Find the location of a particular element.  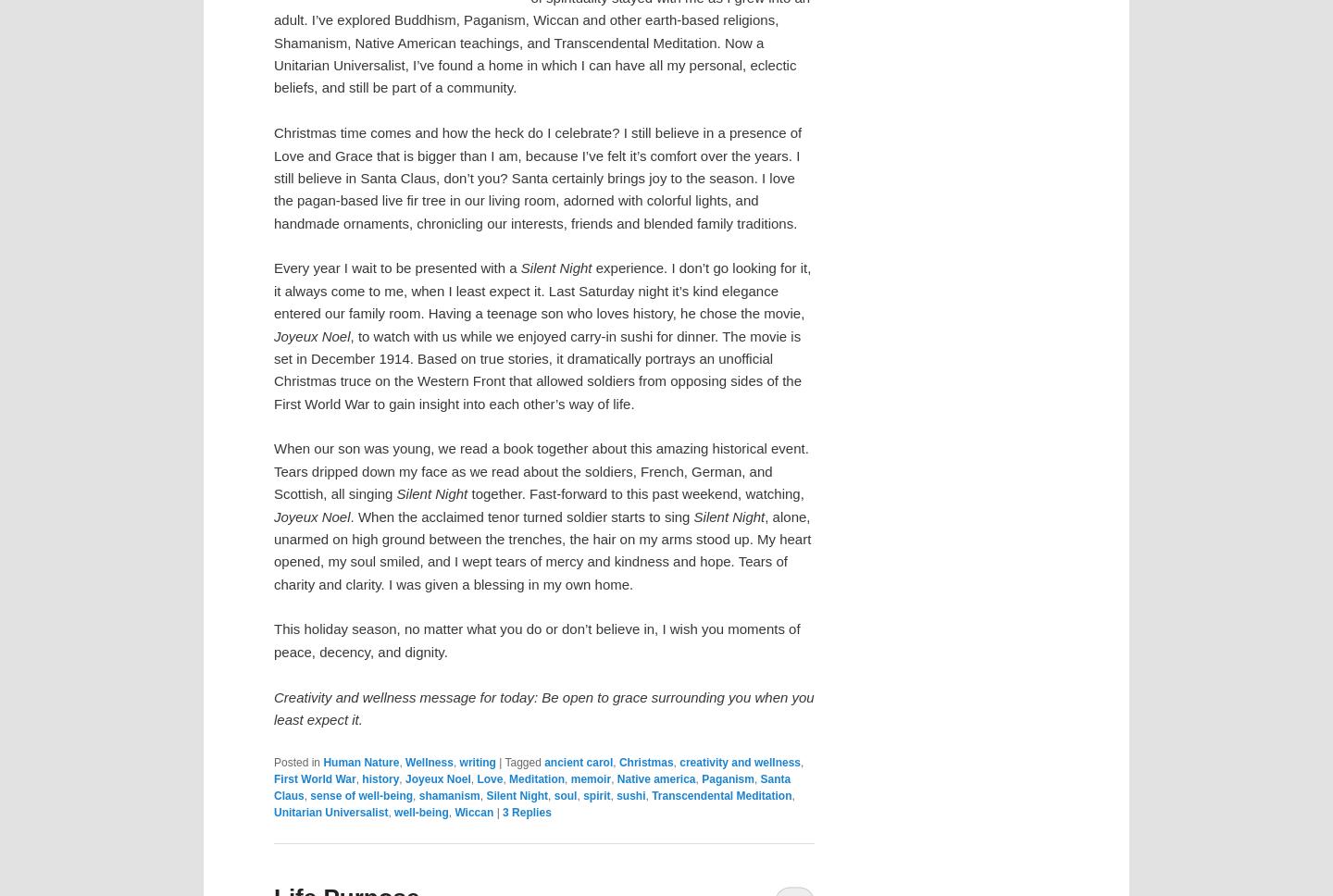

'Human Nature' is located at coordinates (359, 761).